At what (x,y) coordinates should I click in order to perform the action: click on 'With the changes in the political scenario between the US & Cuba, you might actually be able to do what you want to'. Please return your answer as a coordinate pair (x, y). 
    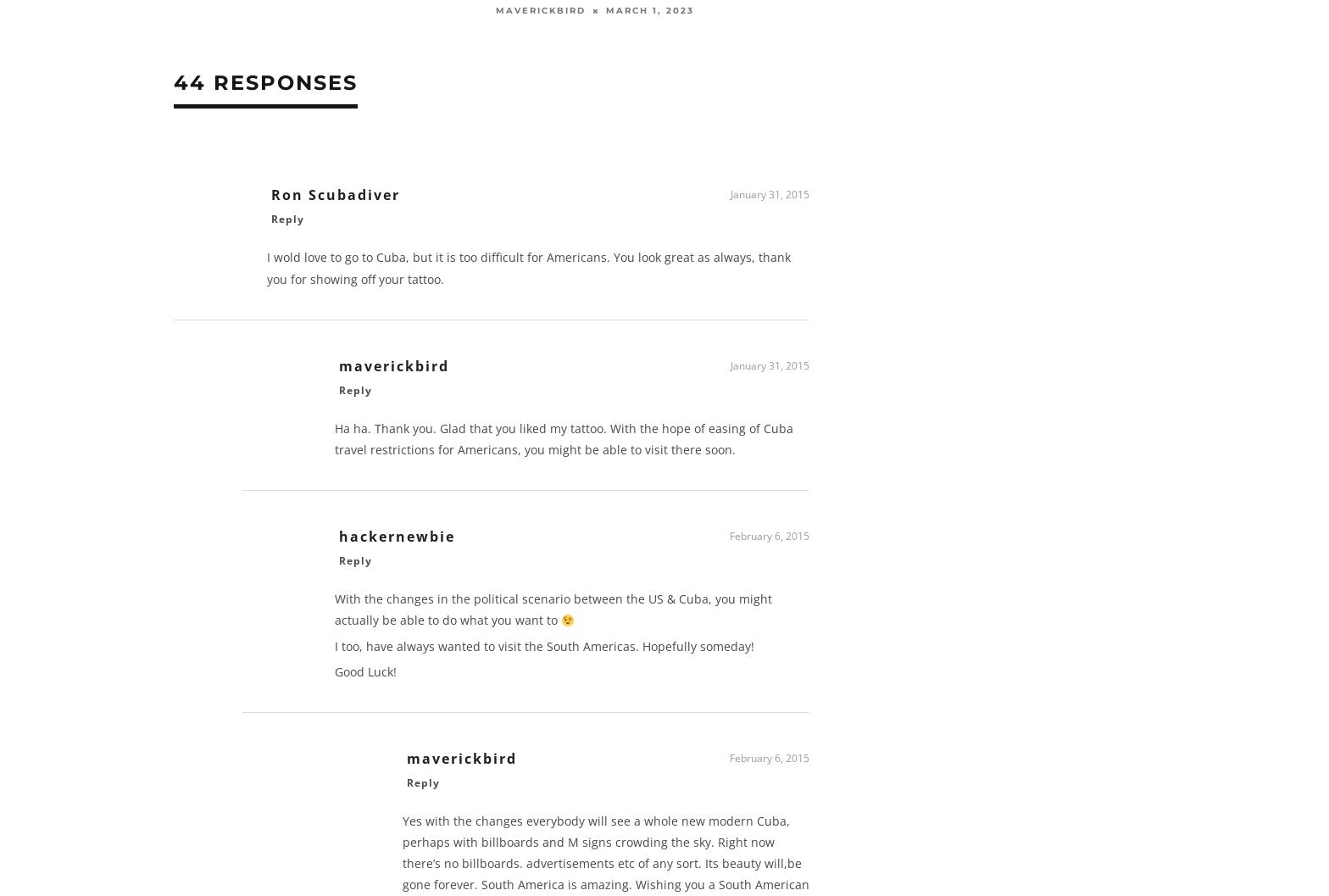
    Looking at the image, I should click on (553, 614).